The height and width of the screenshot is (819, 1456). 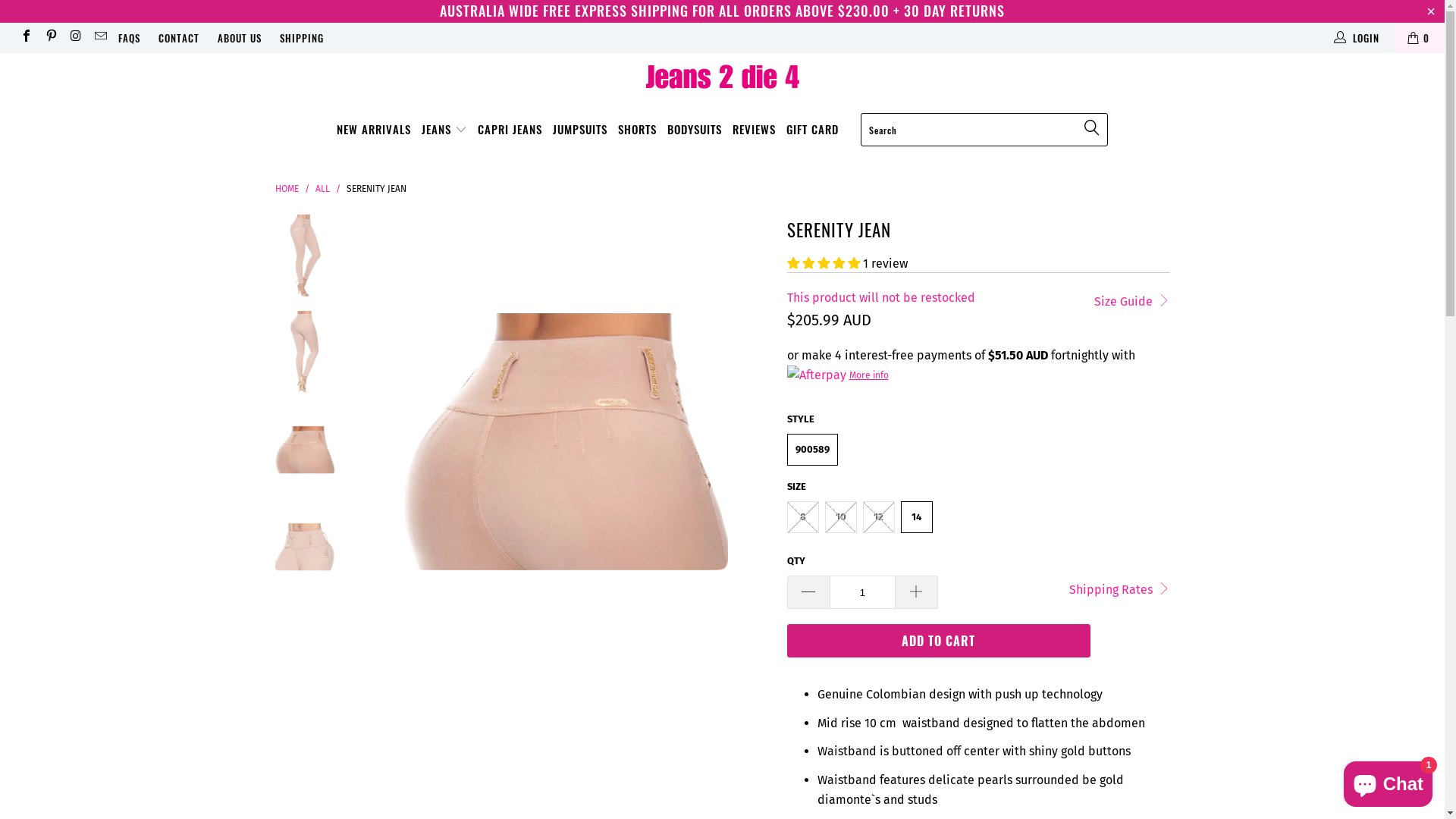 What do you see at coordinates (510, 129) in the screenshot?
I see `'CAPRI JEANS'` at bounding box center [510, 129].